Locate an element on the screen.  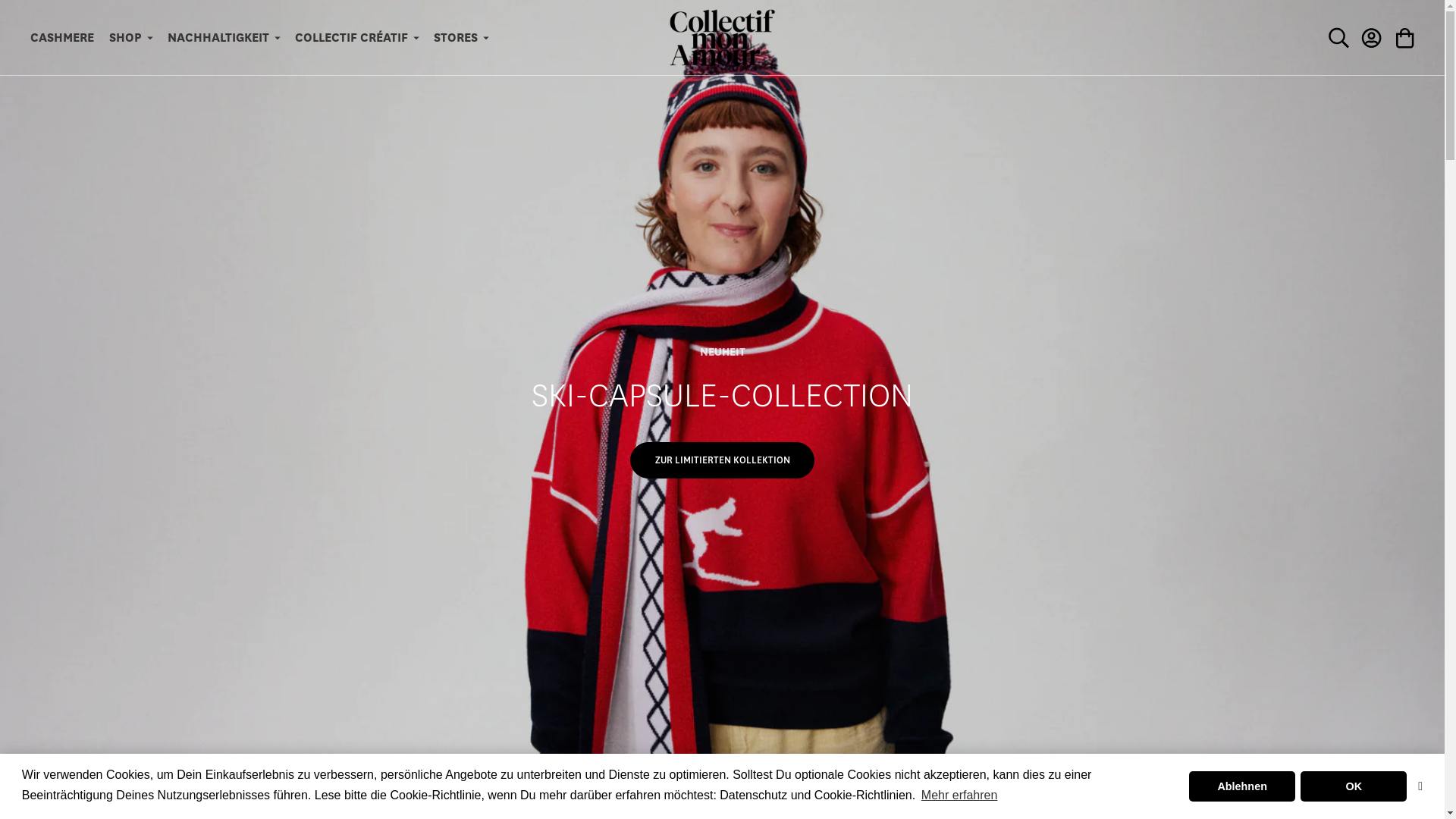
'SHOP' is located at coordinates (130, 37).